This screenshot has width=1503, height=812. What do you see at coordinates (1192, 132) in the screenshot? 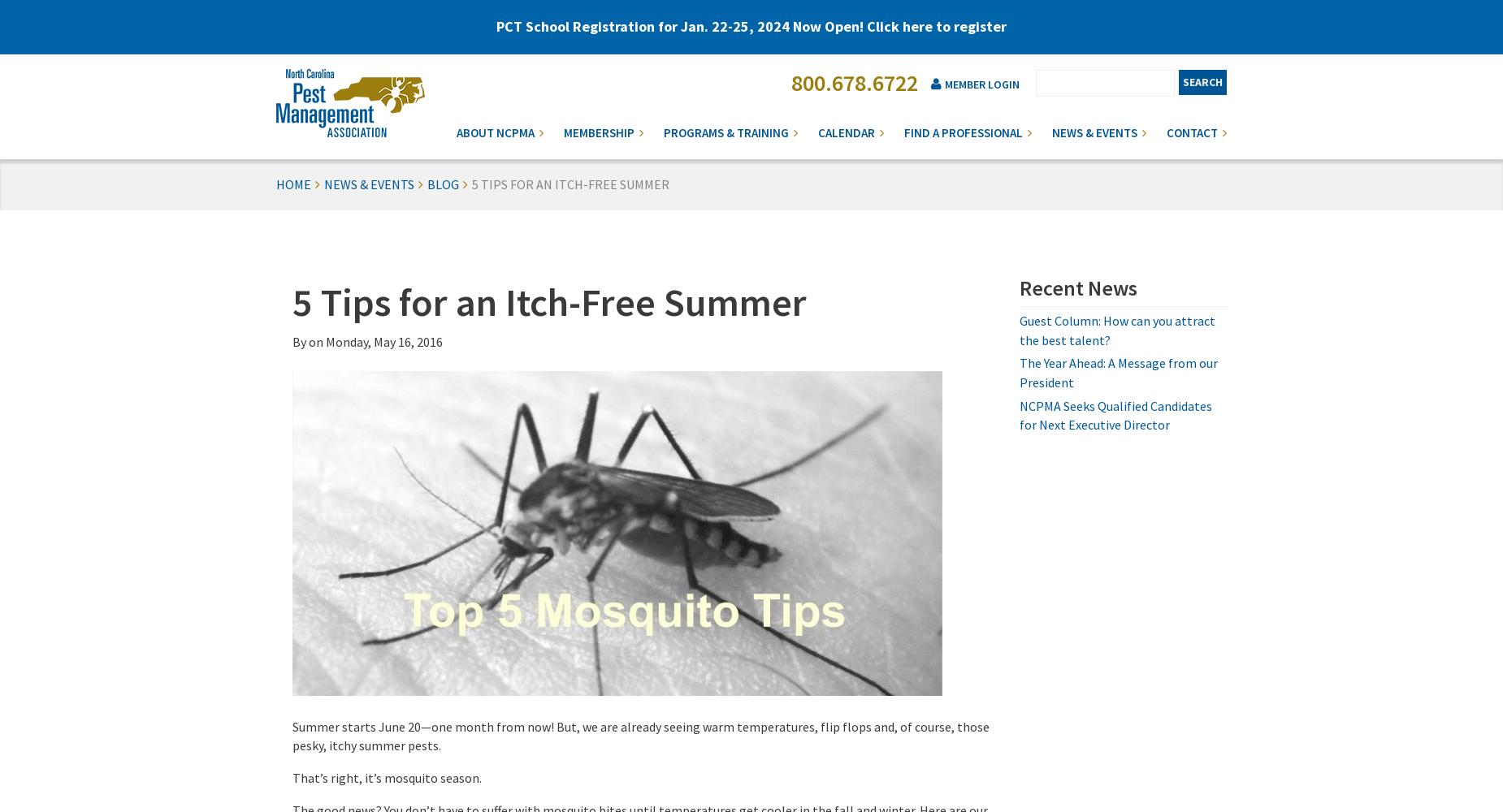
I see `'Contact'` at bounding box center [1192, 132].